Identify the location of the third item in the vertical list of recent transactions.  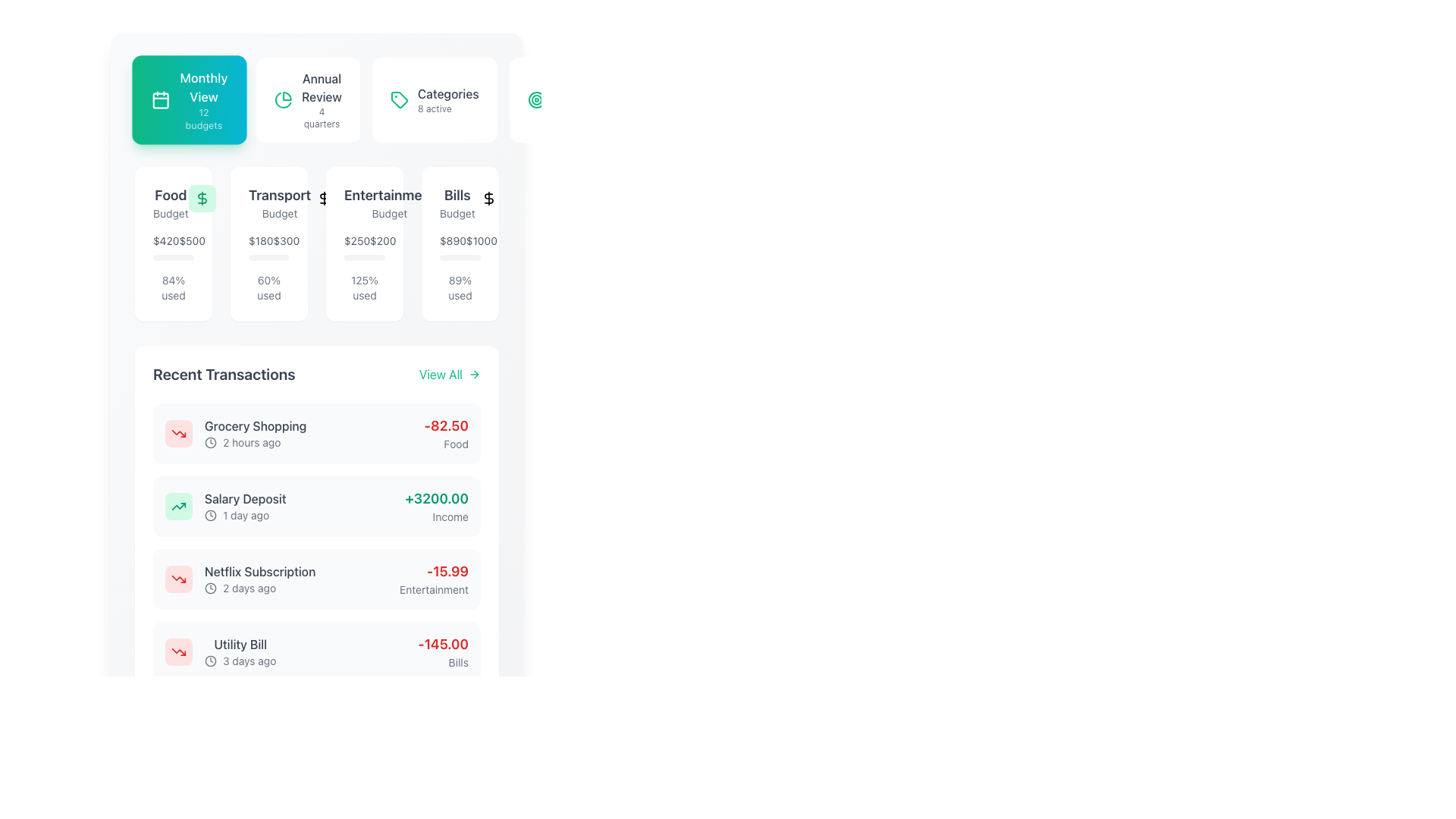
(315, 579).